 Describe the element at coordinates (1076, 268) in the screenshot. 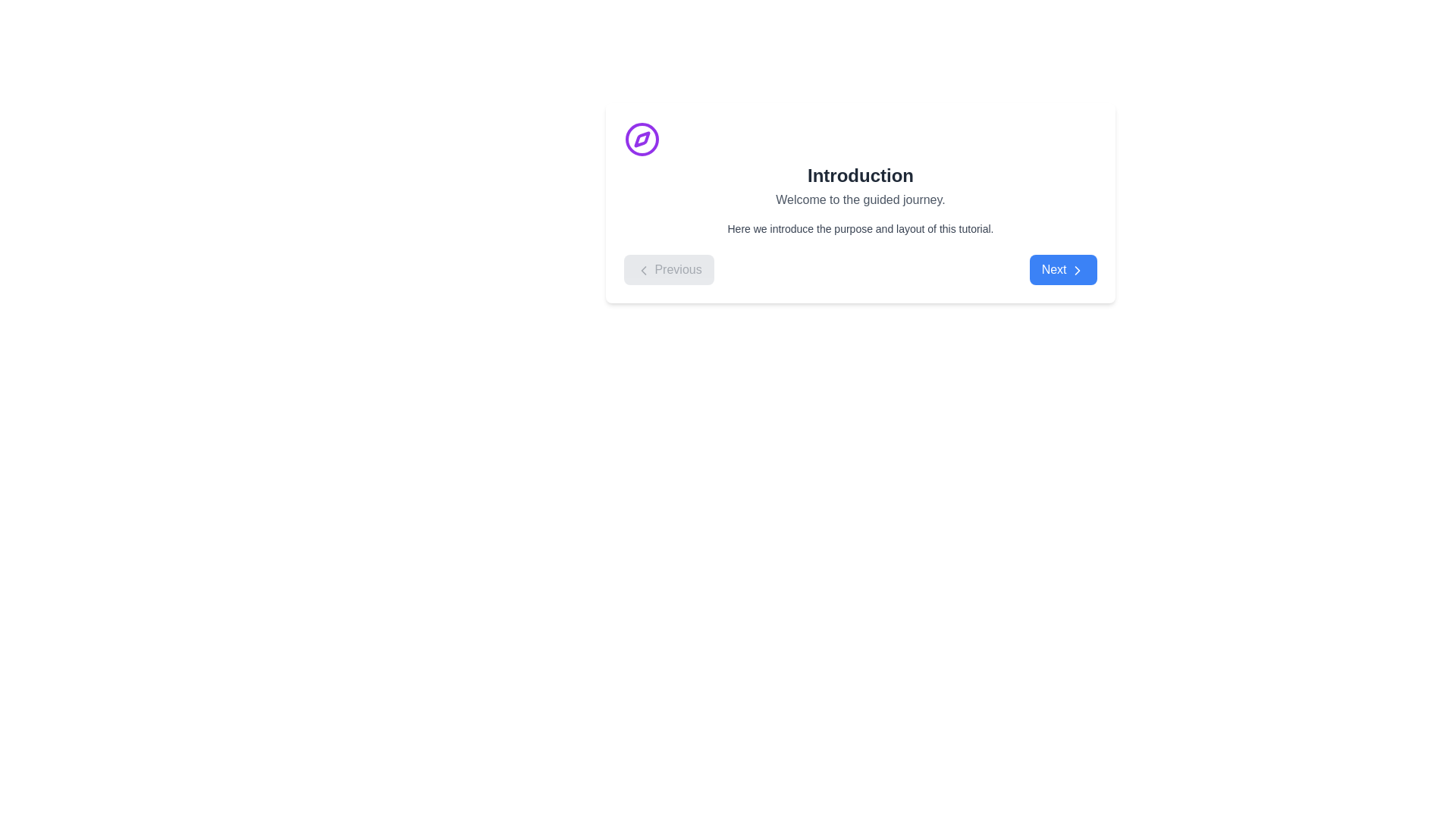

I see `the right-facing chevron icon within the 'Next' button, indicating an actionable element for advancing in the UI` at that location.